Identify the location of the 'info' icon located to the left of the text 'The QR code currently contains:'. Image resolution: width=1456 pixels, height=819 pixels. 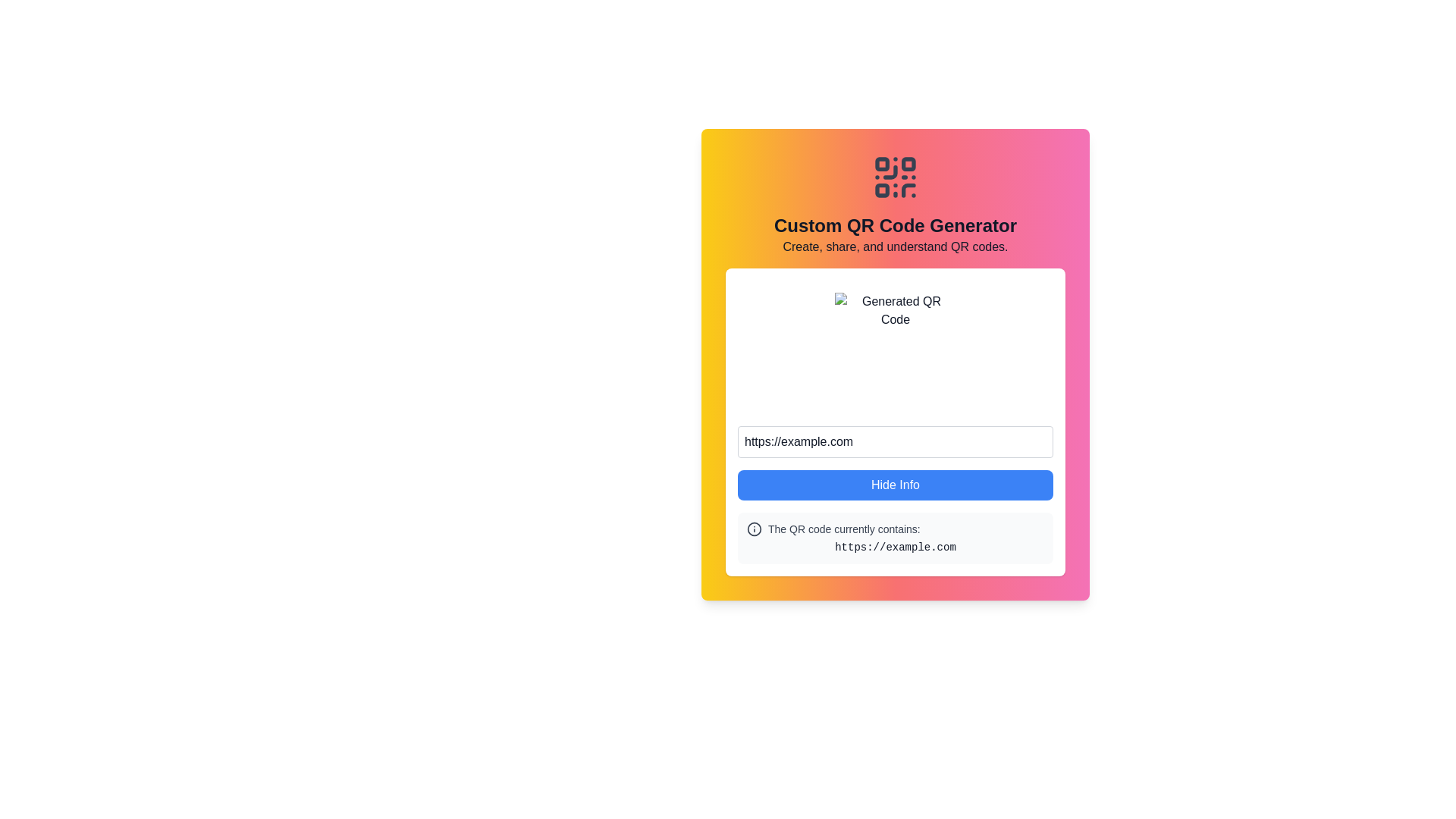
(754, 529).